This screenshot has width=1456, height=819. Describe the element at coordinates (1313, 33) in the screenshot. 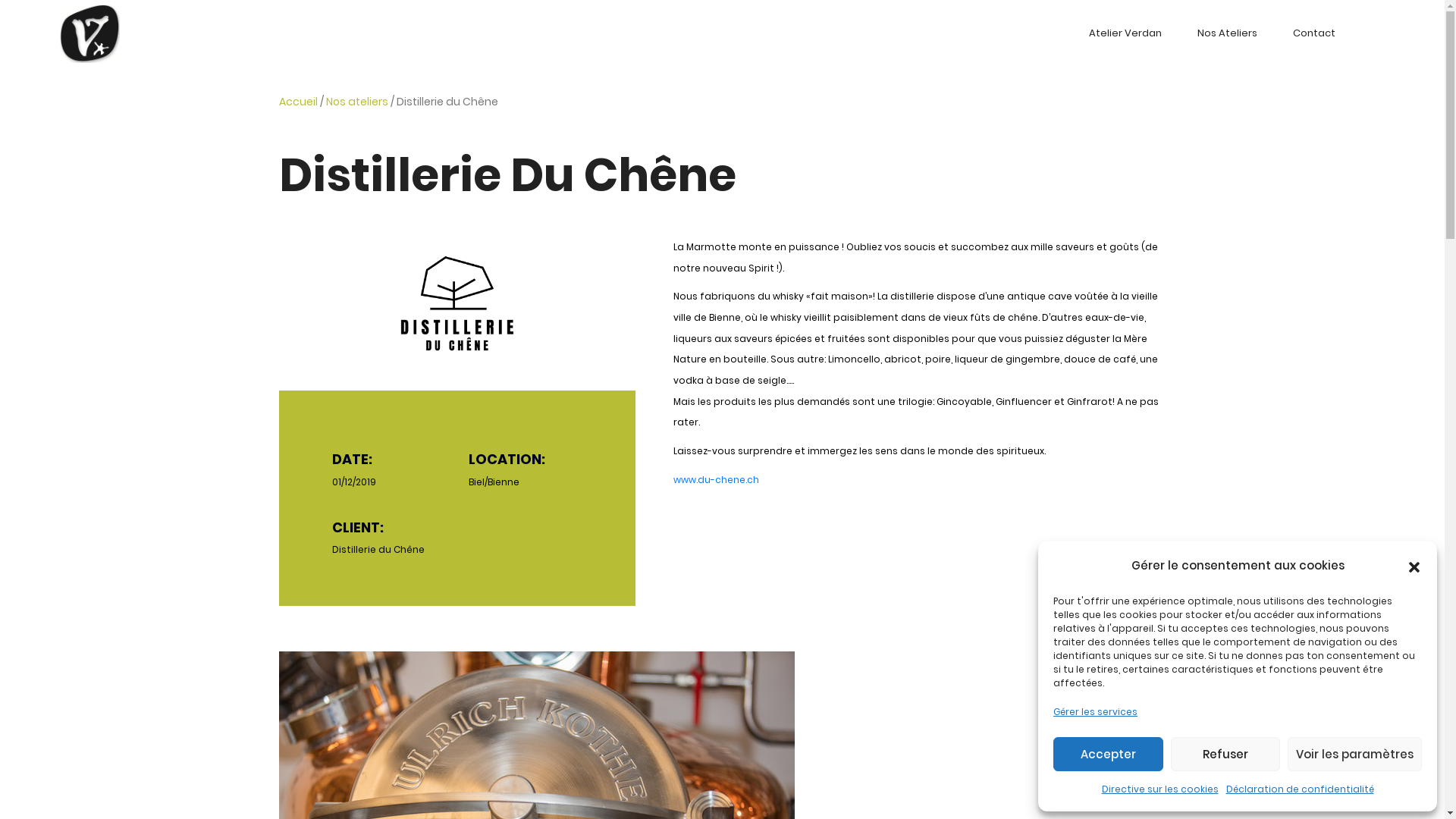

I see `'Contact'` at that location.